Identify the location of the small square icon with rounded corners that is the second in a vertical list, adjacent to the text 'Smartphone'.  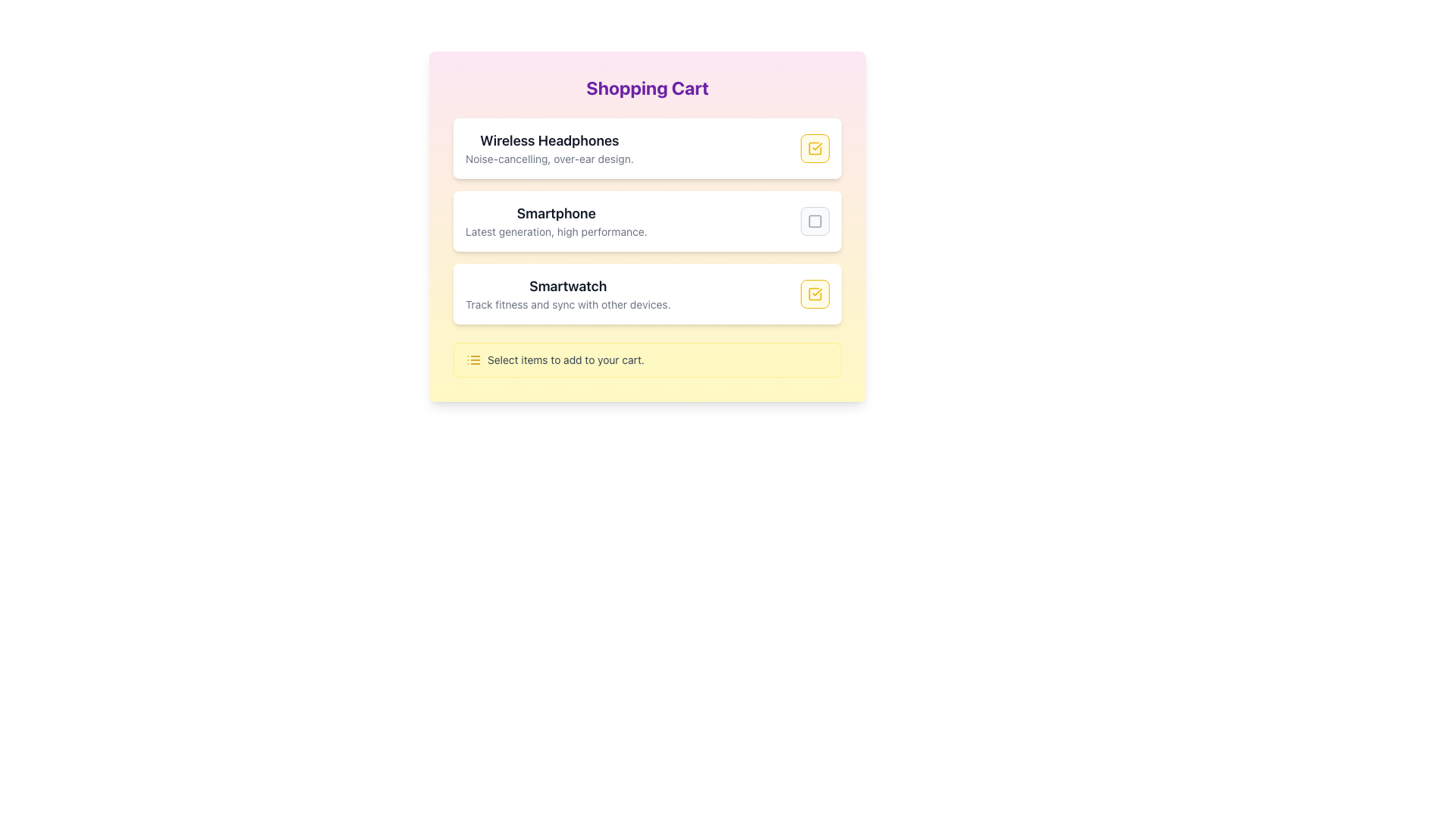
(814, 221).